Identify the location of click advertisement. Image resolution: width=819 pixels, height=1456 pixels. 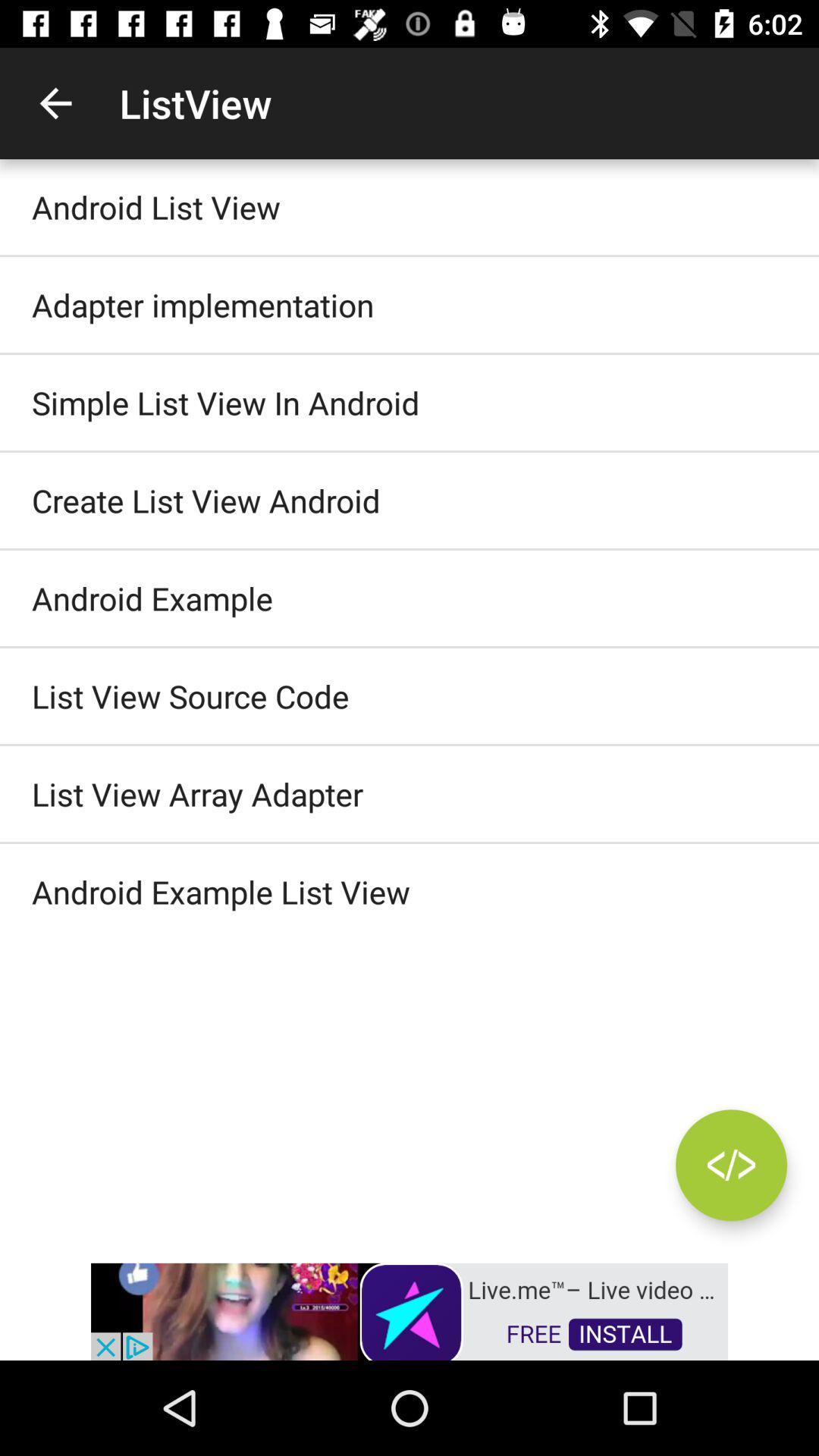
(409, 1310).